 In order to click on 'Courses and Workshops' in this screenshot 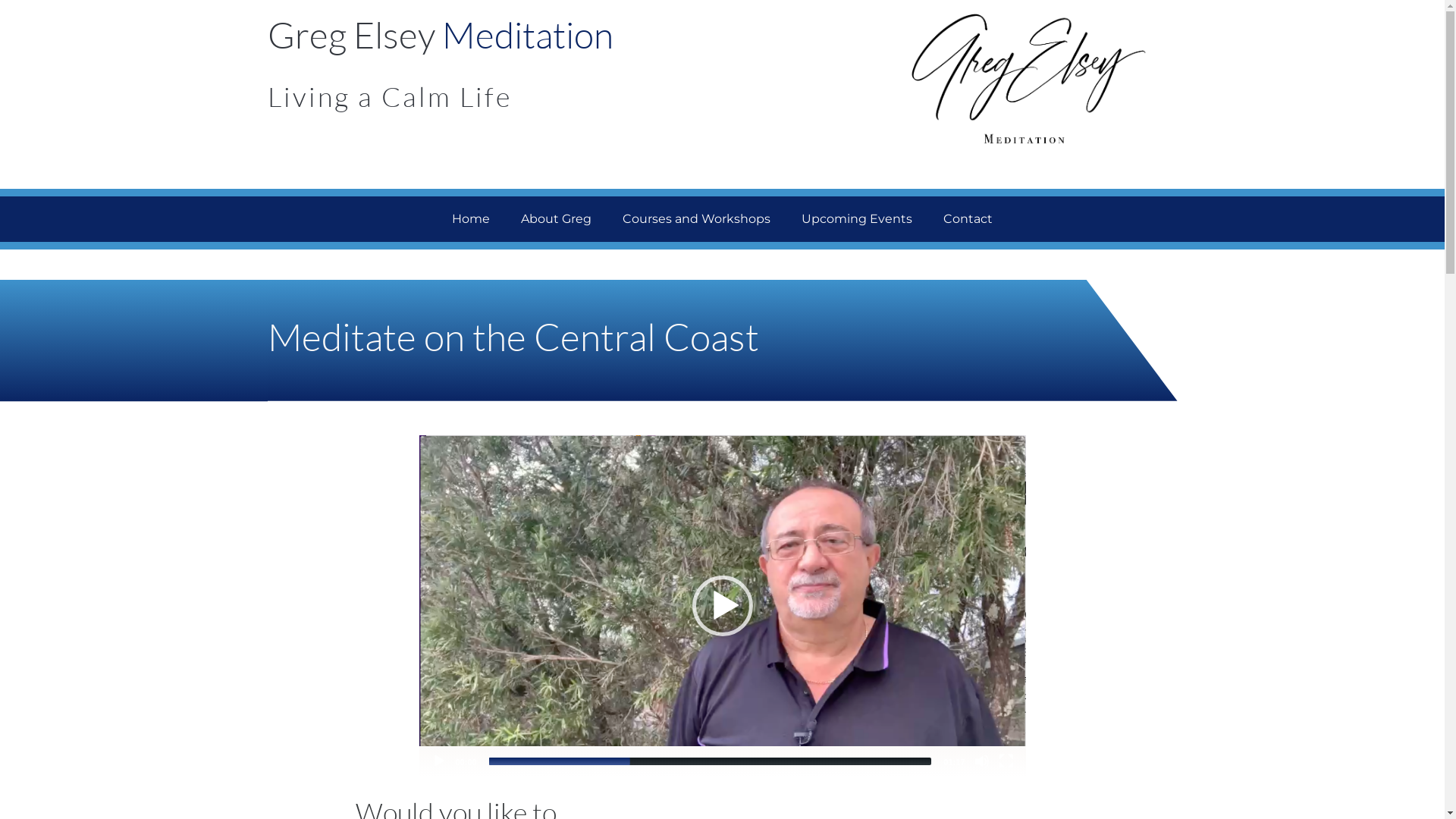, I will do `click(695, 219)`.